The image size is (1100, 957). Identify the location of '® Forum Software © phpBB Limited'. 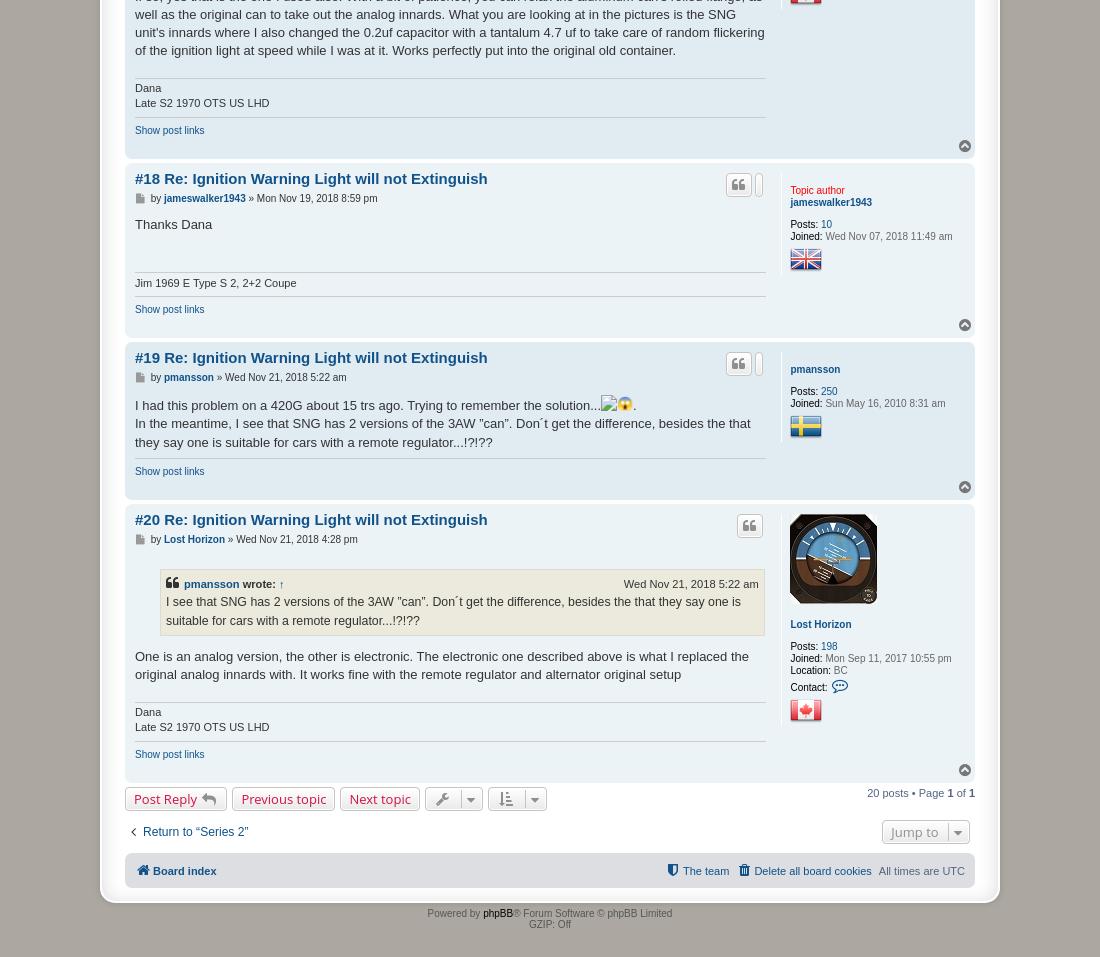
(591, 913).